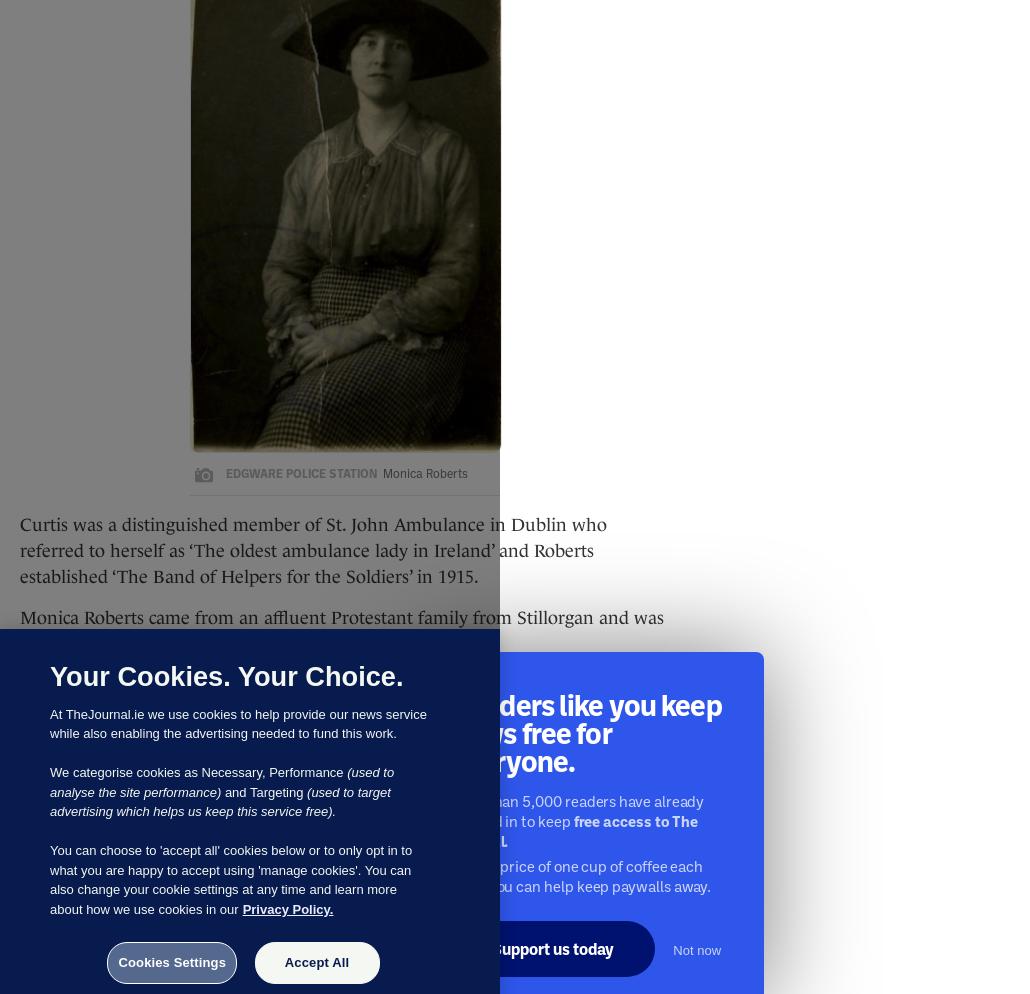 The image size is (1030, 994). I want to click on 'free access to The Journal.', so click(574, 829).